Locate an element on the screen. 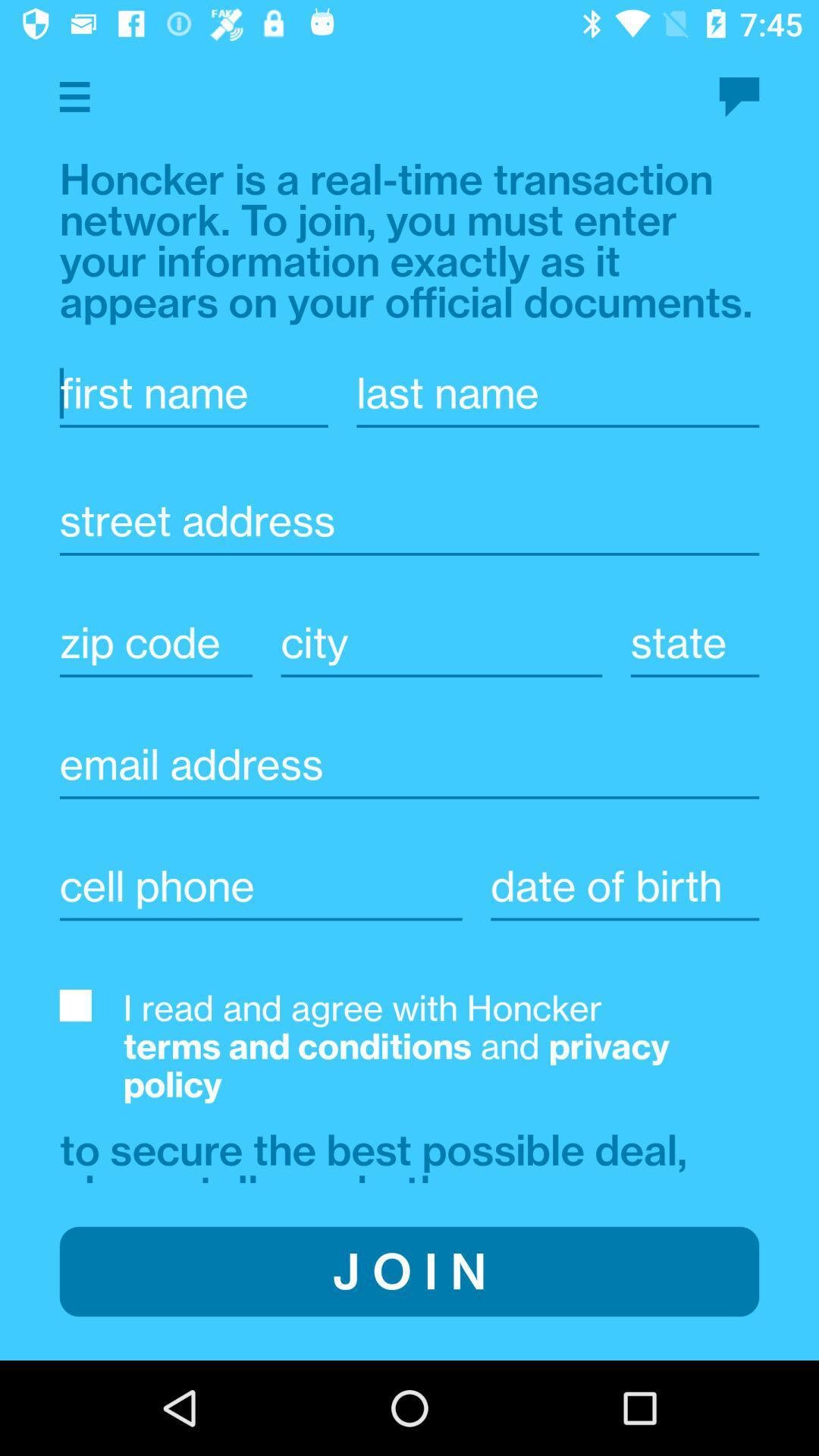  email address is located at coordinates (409, 764).